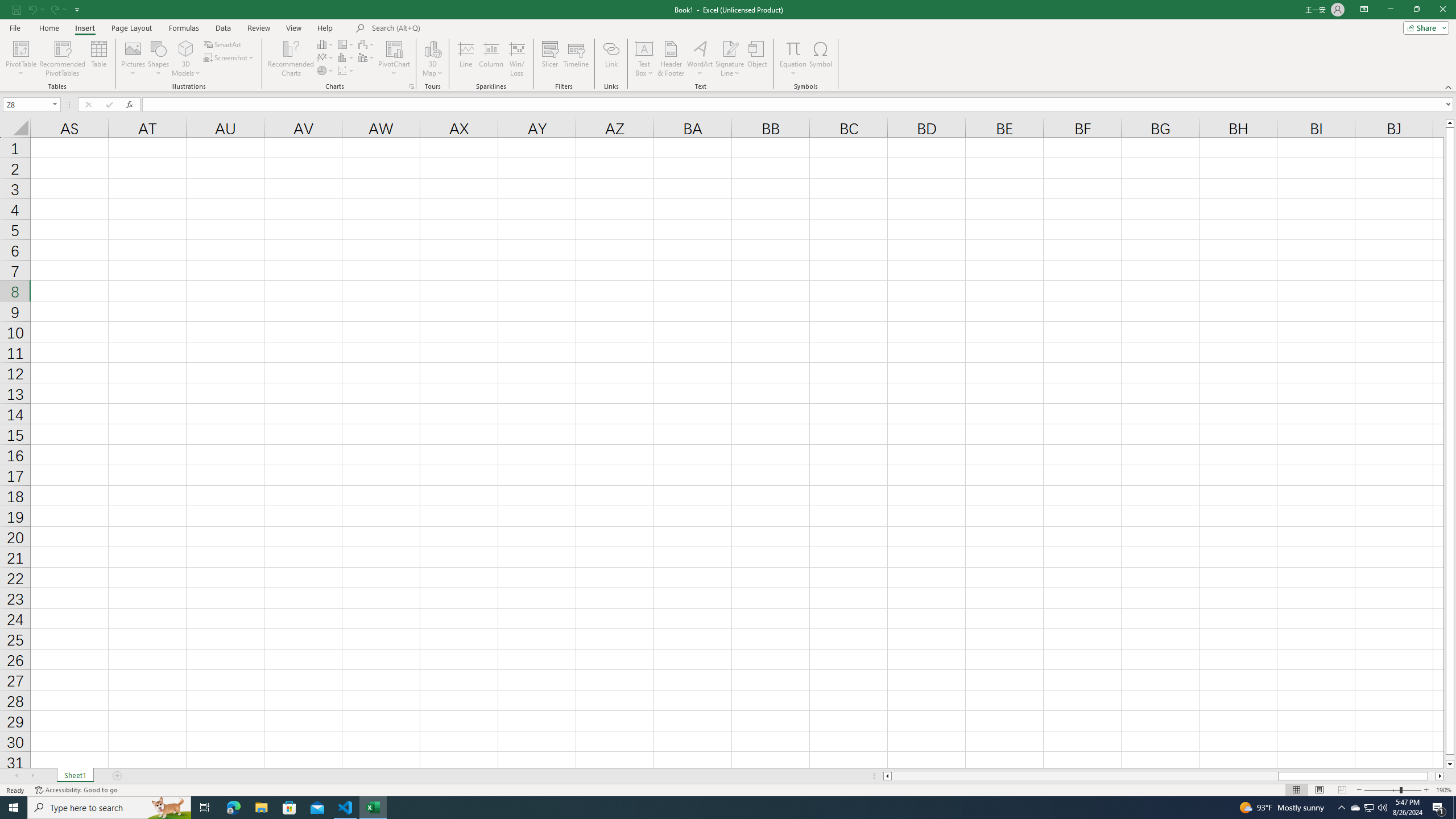 The image size is (1456, 819). Describe the element at coordinates (394, 59) in the screenshot. I see `'PivotChart'` at that location.